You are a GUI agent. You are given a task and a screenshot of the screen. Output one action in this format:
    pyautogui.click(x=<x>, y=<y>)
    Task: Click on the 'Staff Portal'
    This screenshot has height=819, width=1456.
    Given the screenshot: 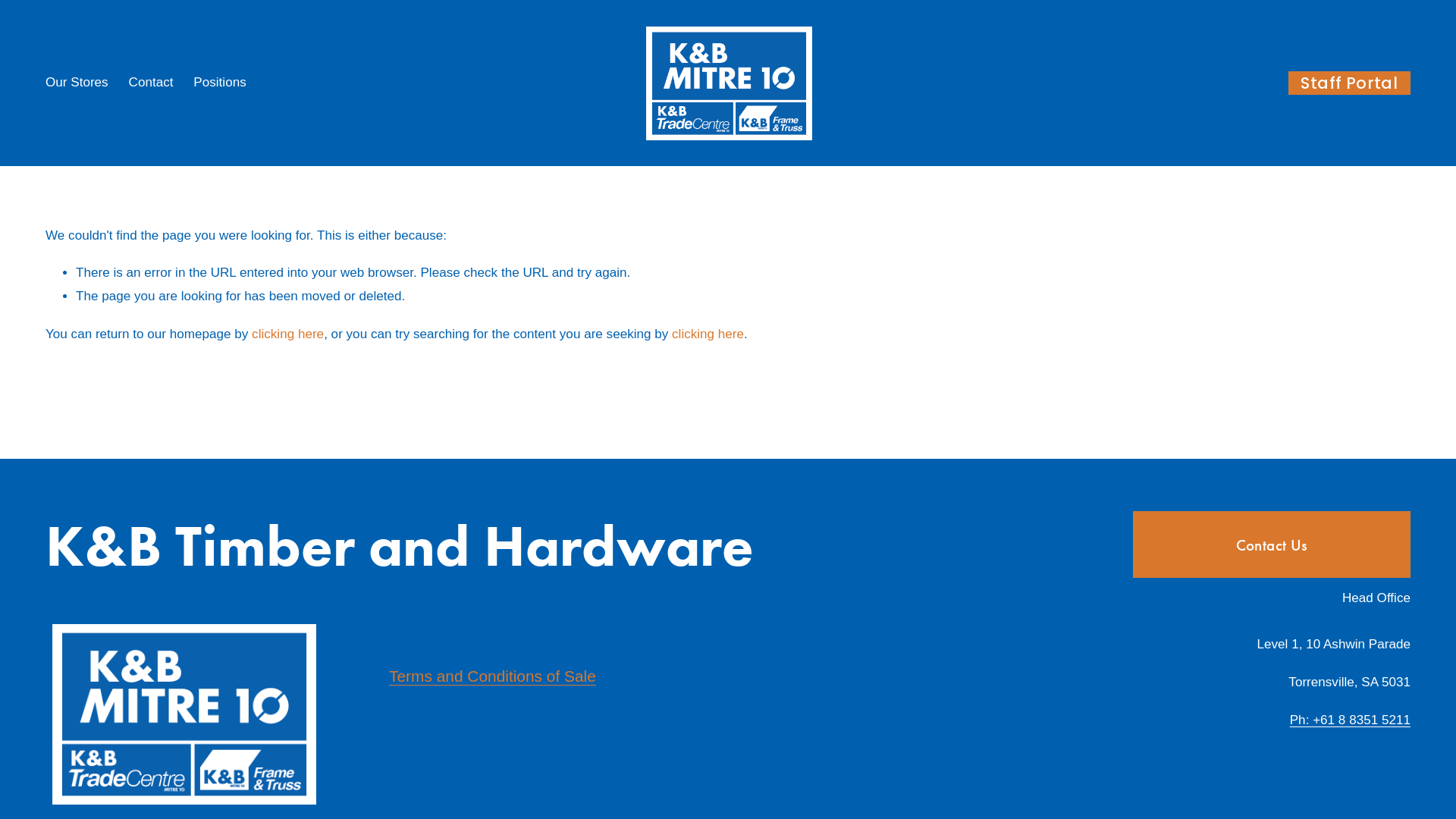 What is the action you would take?
    pyautogui.click(x=1349, y=83)
    